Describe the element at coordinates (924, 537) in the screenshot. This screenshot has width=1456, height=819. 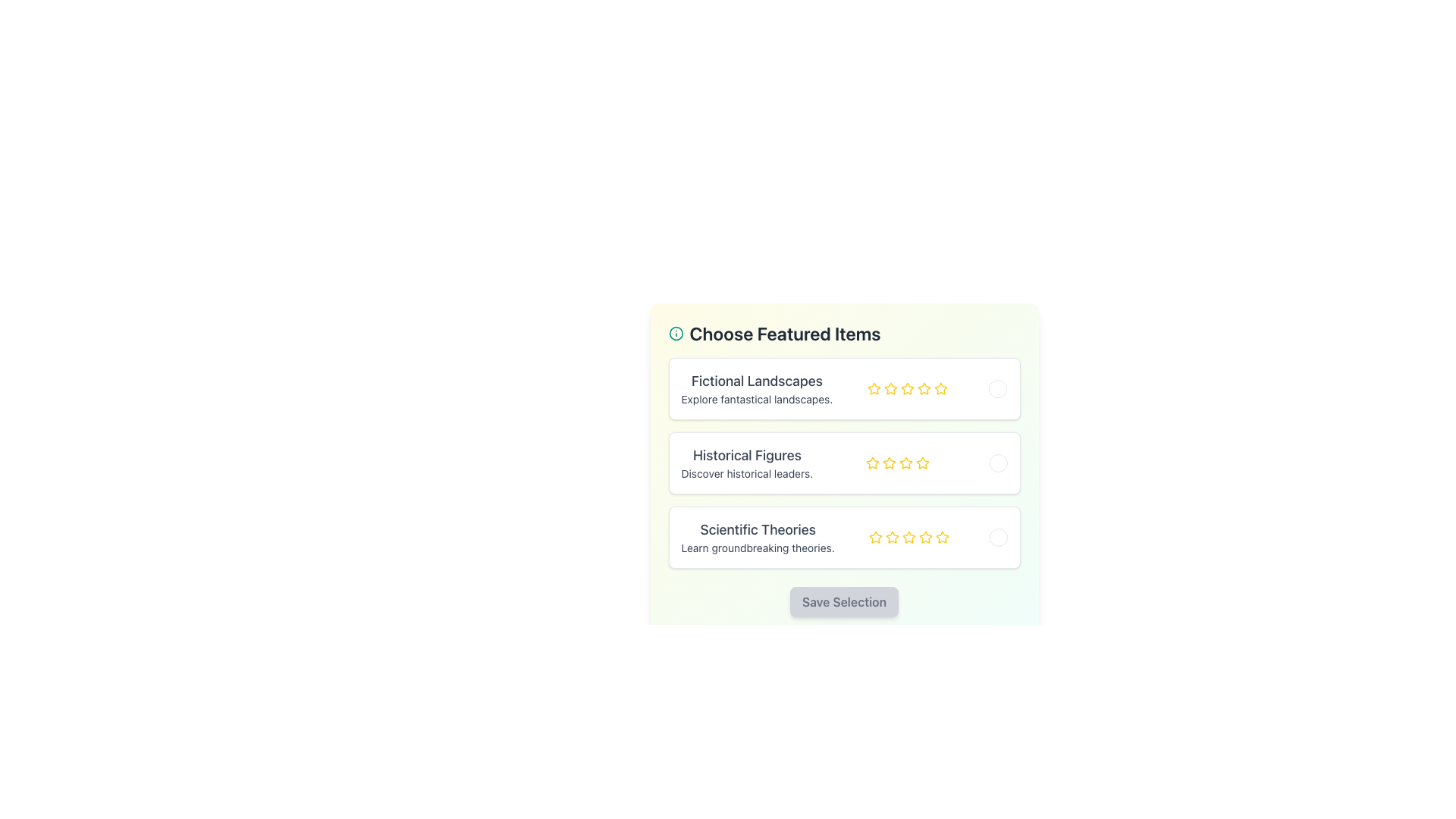
I see `the fifth star icon with a yellow outline in the star rating component associated with the 'Scientific Theories' list item to rate it` at that location.